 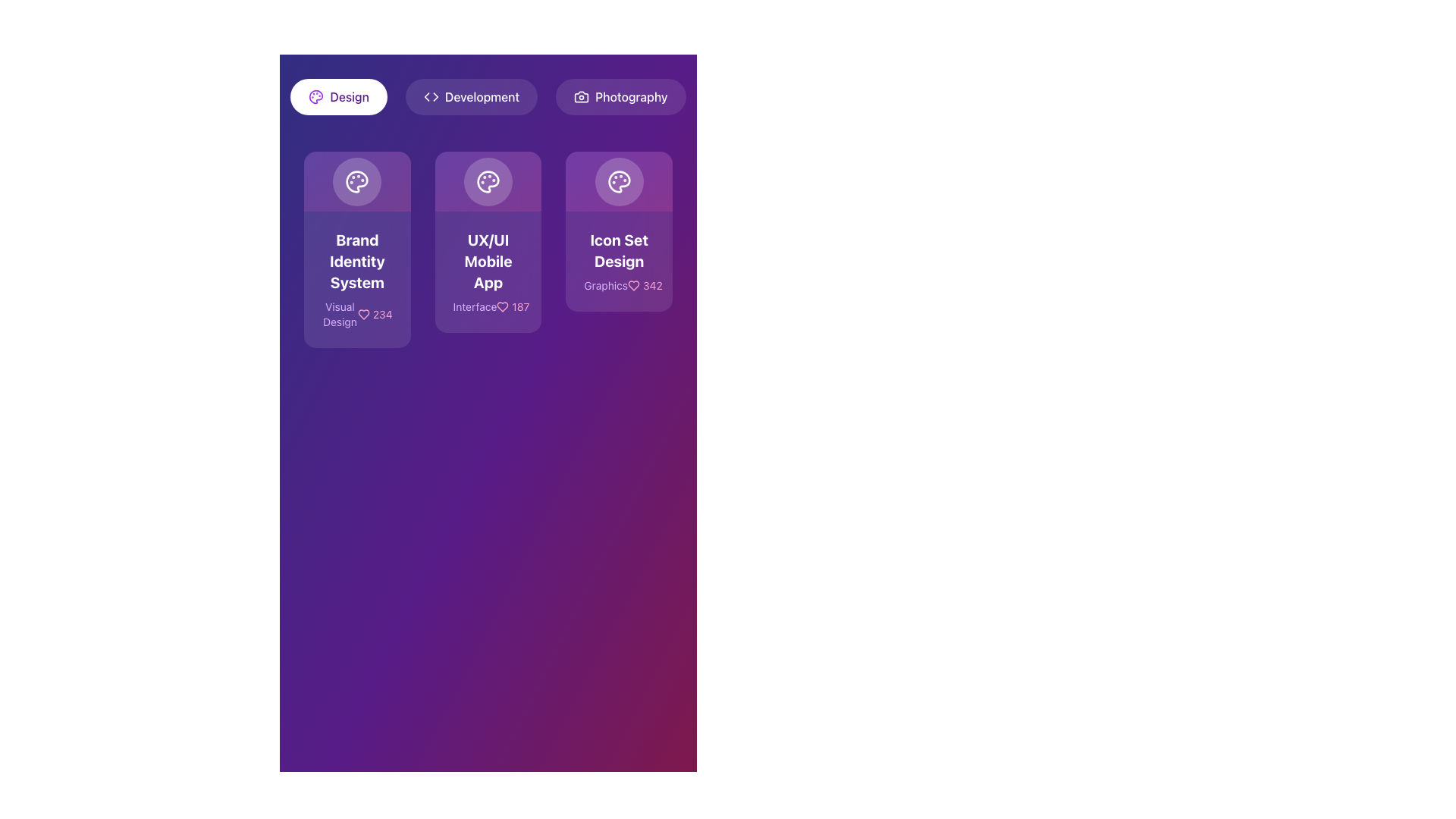 What do you see at coordinates (581, 96) in the screenshot?
I see `the camera icon in the navigation bar` at bounding box center [581, 96].